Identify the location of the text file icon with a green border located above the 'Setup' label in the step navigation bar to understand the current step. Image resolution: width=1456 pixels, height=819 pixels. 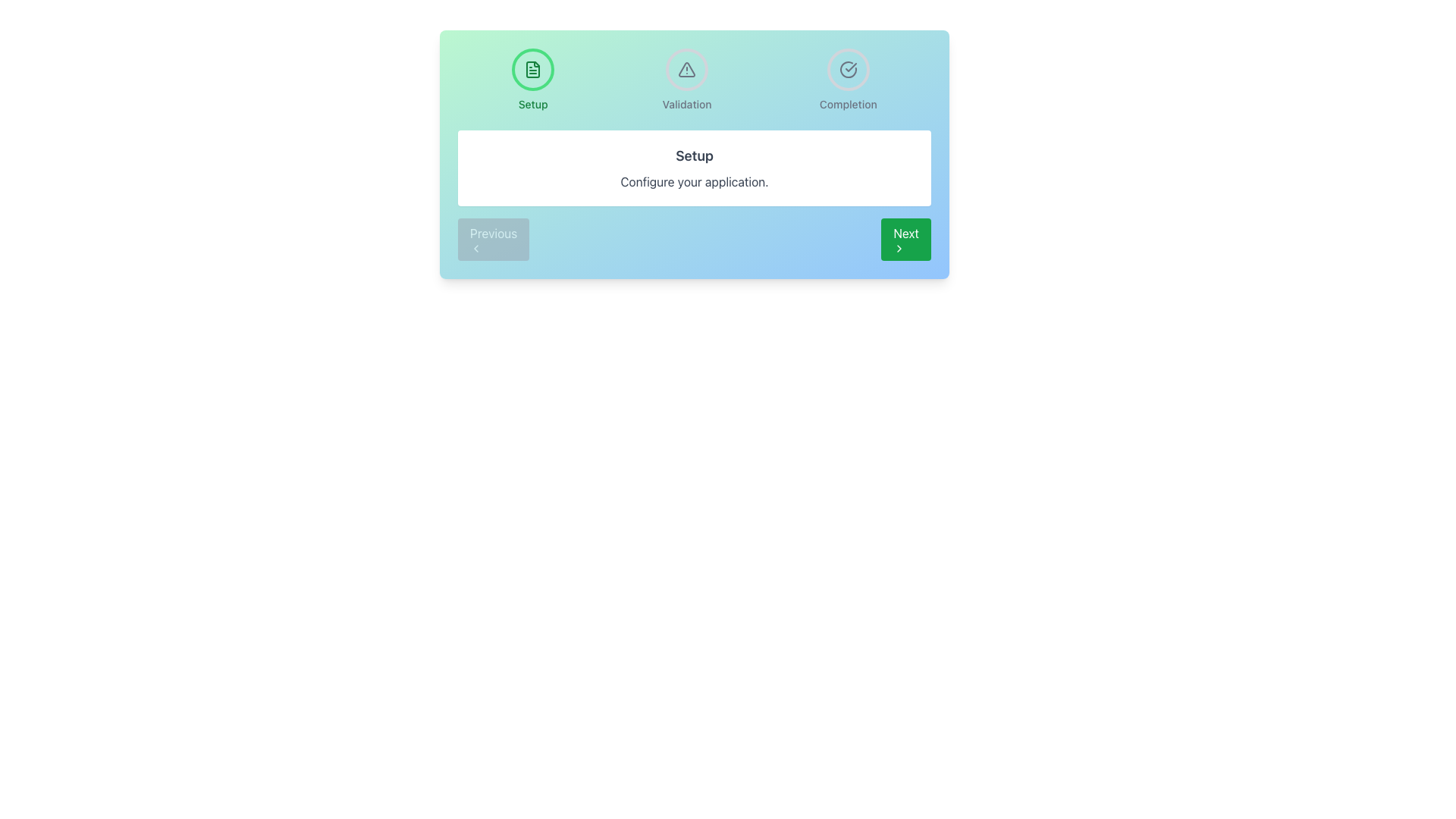
(533, 70).